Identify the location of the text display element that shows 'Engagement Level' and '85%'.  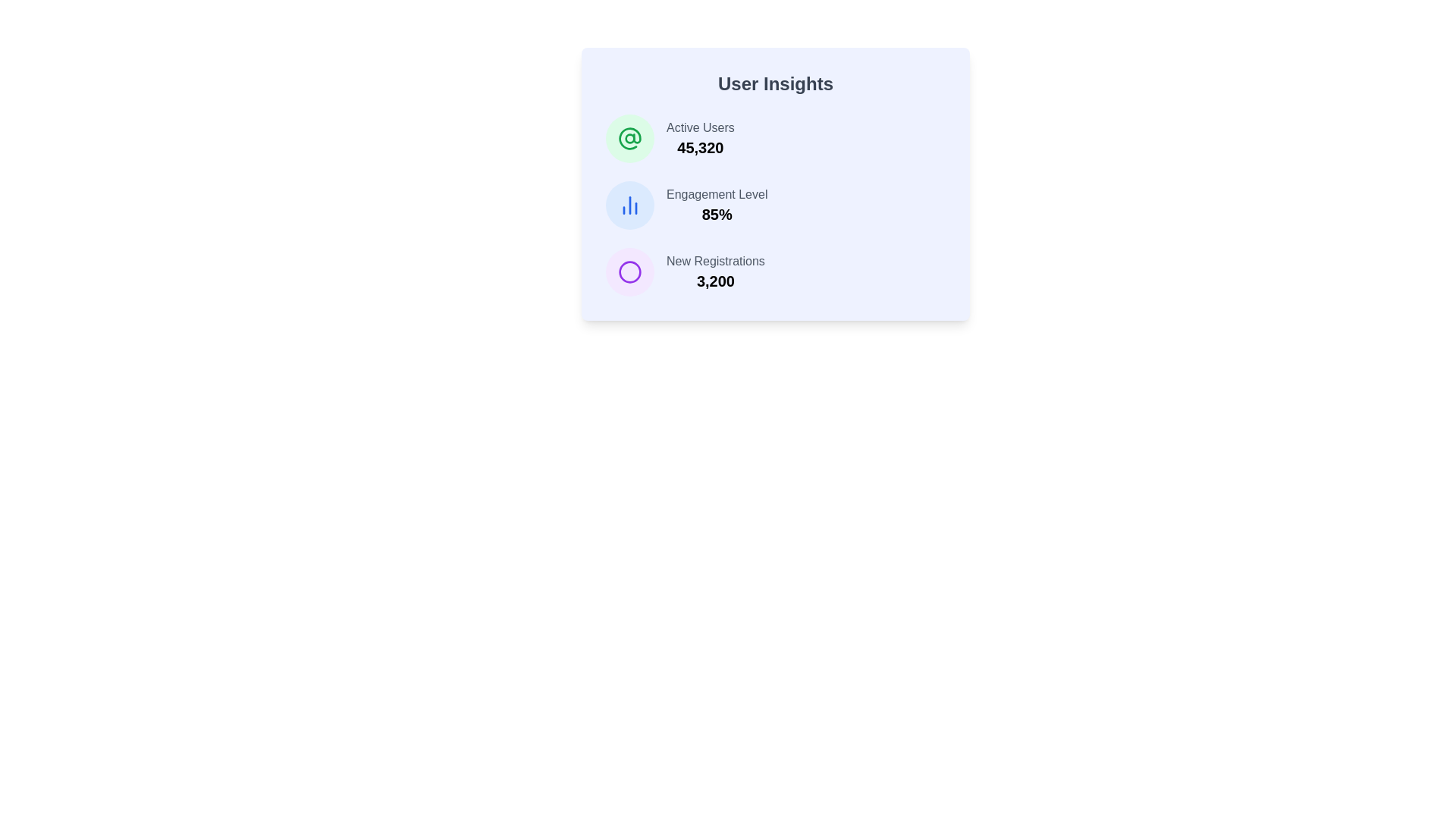
(716, 205).